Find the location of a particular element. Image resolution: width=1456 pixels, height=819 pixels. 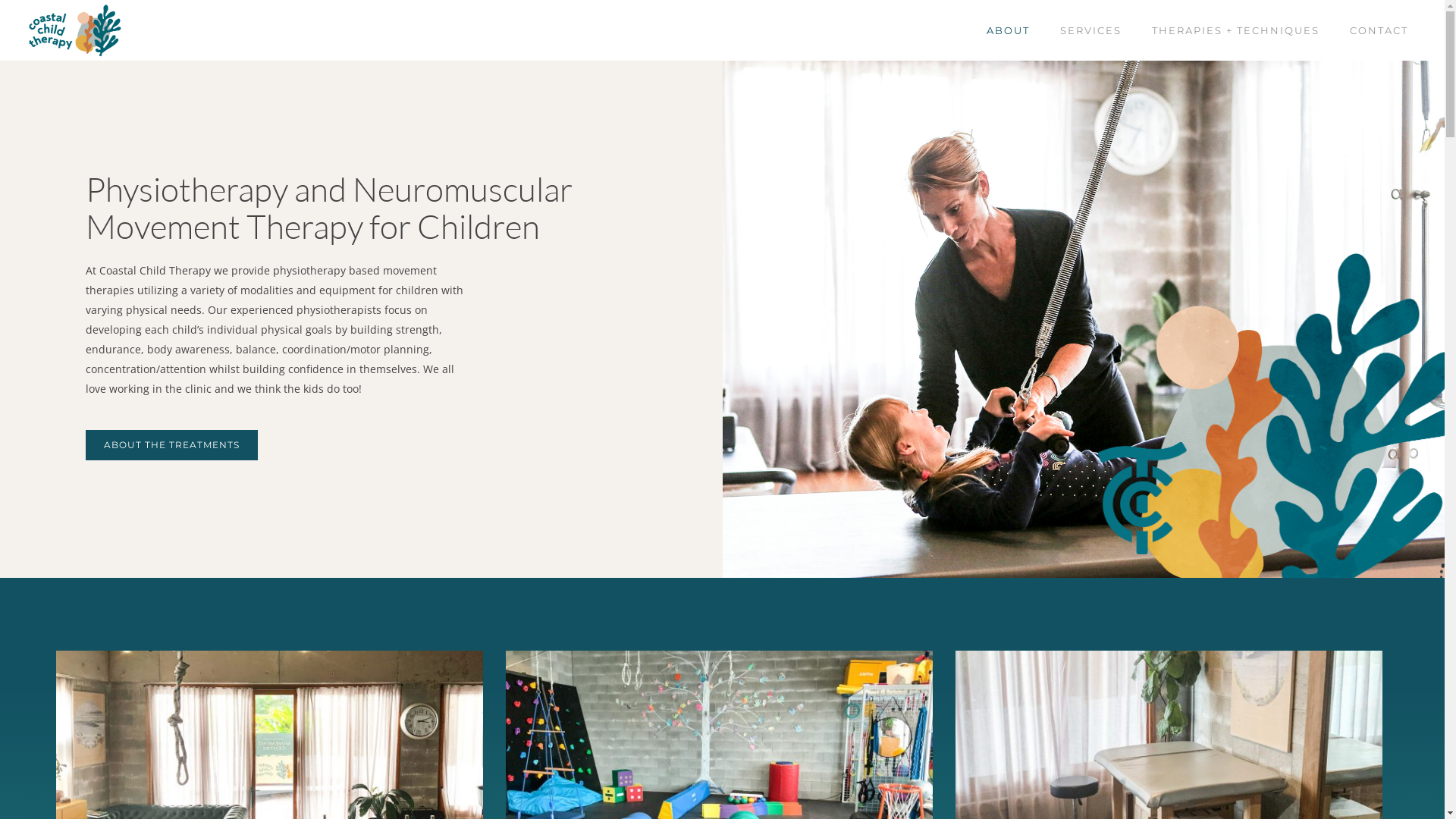

'THERAPIES + TECHNIQUES' is located at coordinates (1235, 30).